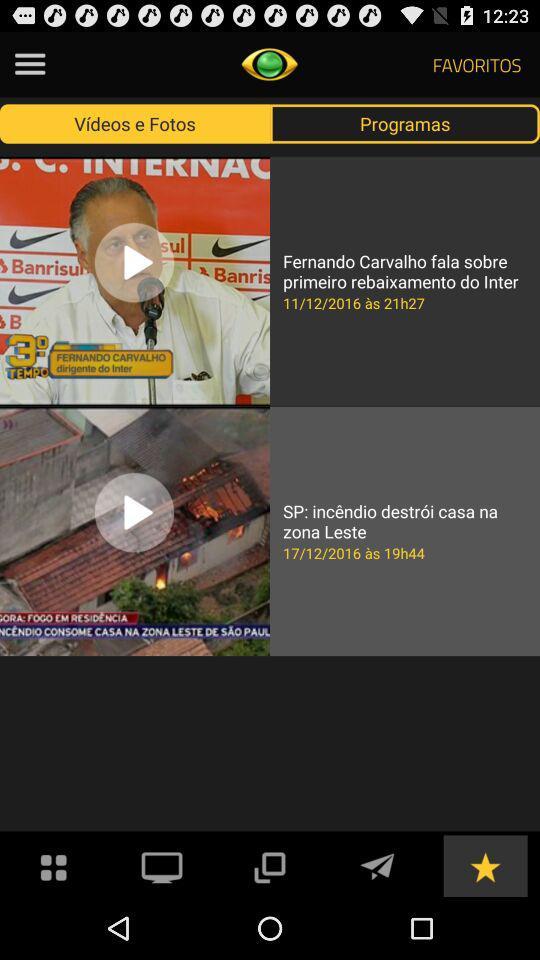  I want to click on saved videos, so click(484, 864).